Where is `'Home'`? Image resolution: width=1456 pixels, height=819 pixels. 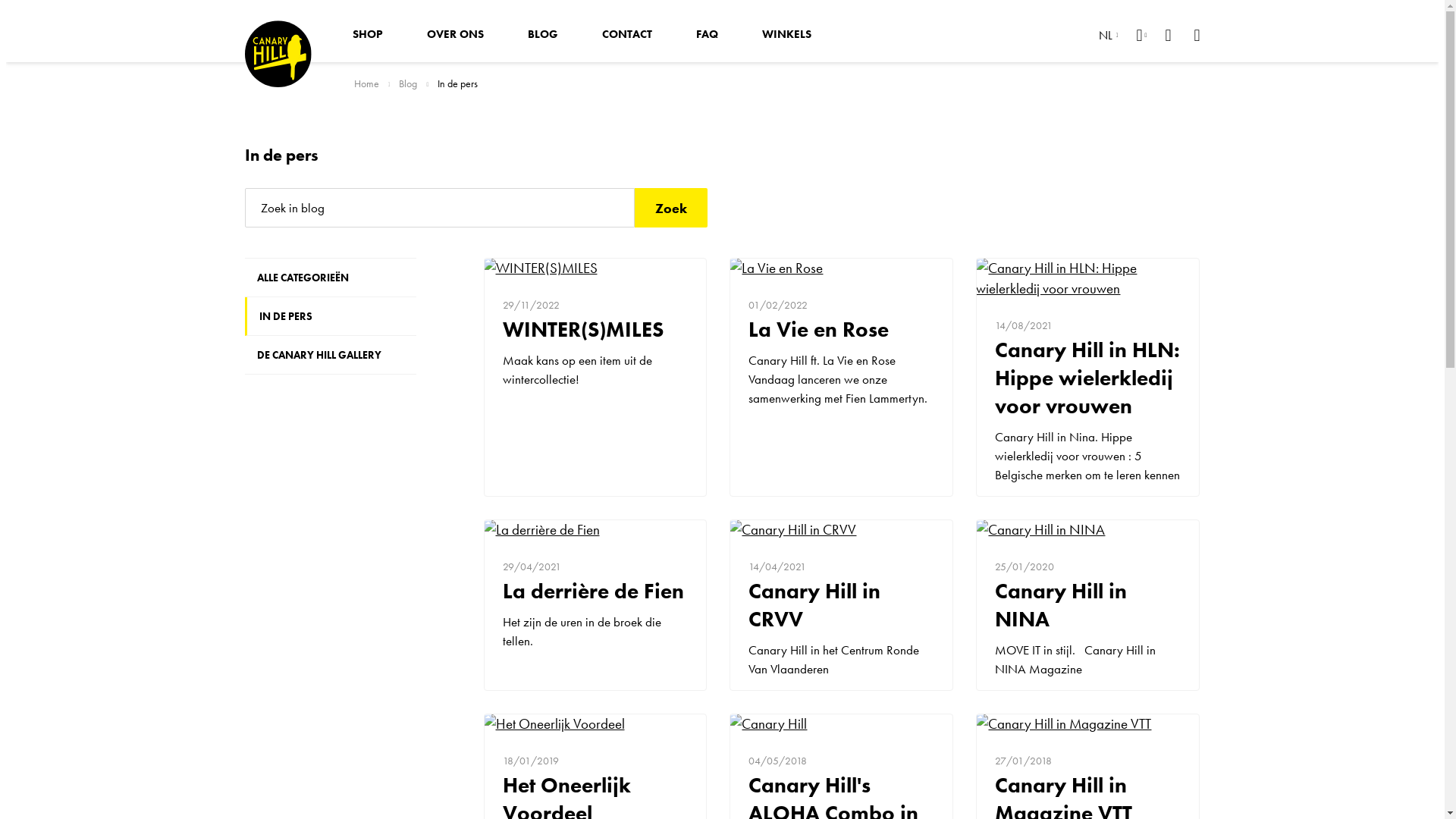 'Home' is located at coordinates (346, 83).